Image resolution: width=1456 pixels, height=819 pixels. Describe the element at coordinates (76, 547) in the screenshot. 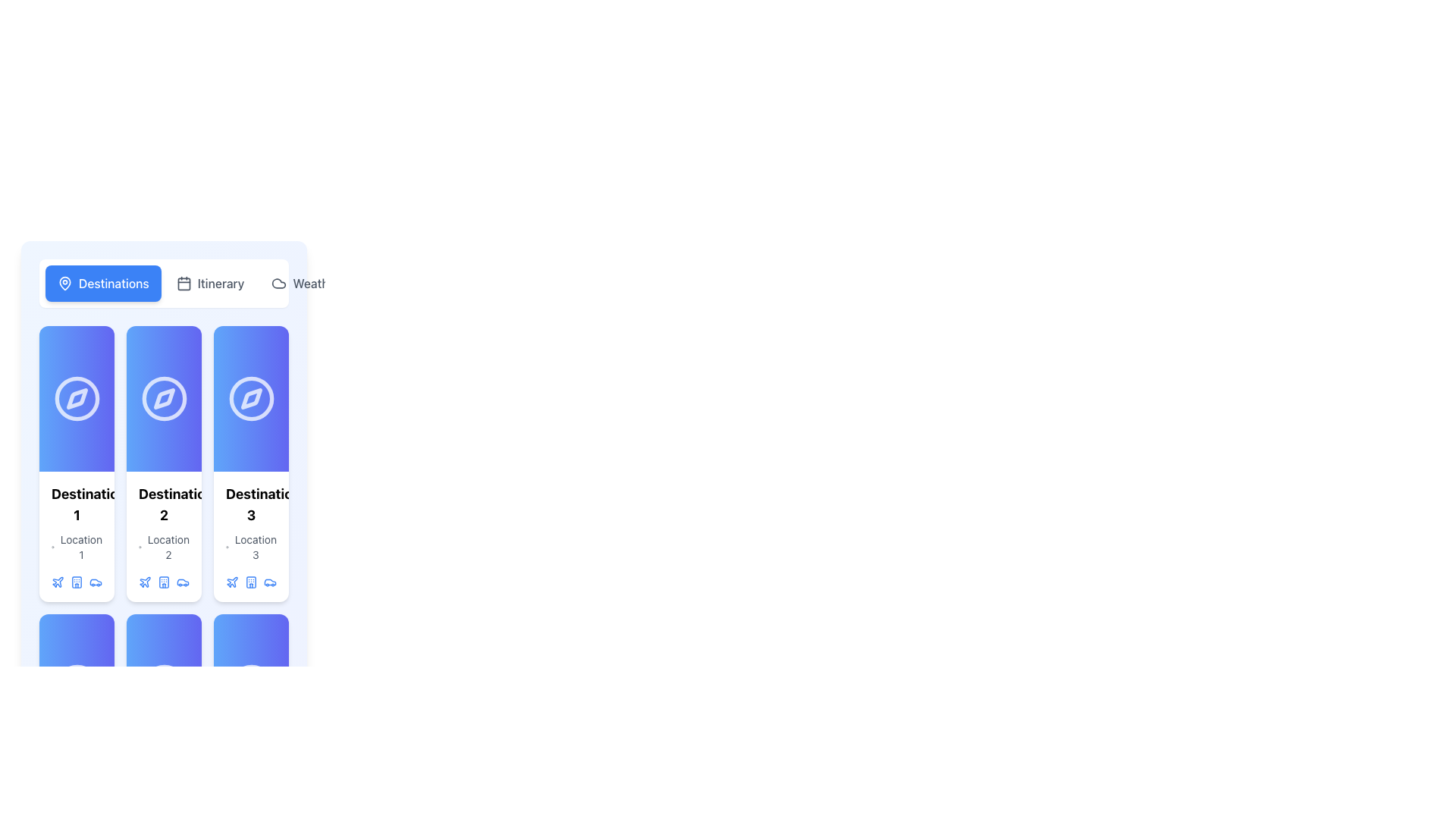

I see `the Text Label with Icon that indicates the specific location details associated with 'Destination 1', located beneath its title within the first card under the 'Destinations' tab` at that location.